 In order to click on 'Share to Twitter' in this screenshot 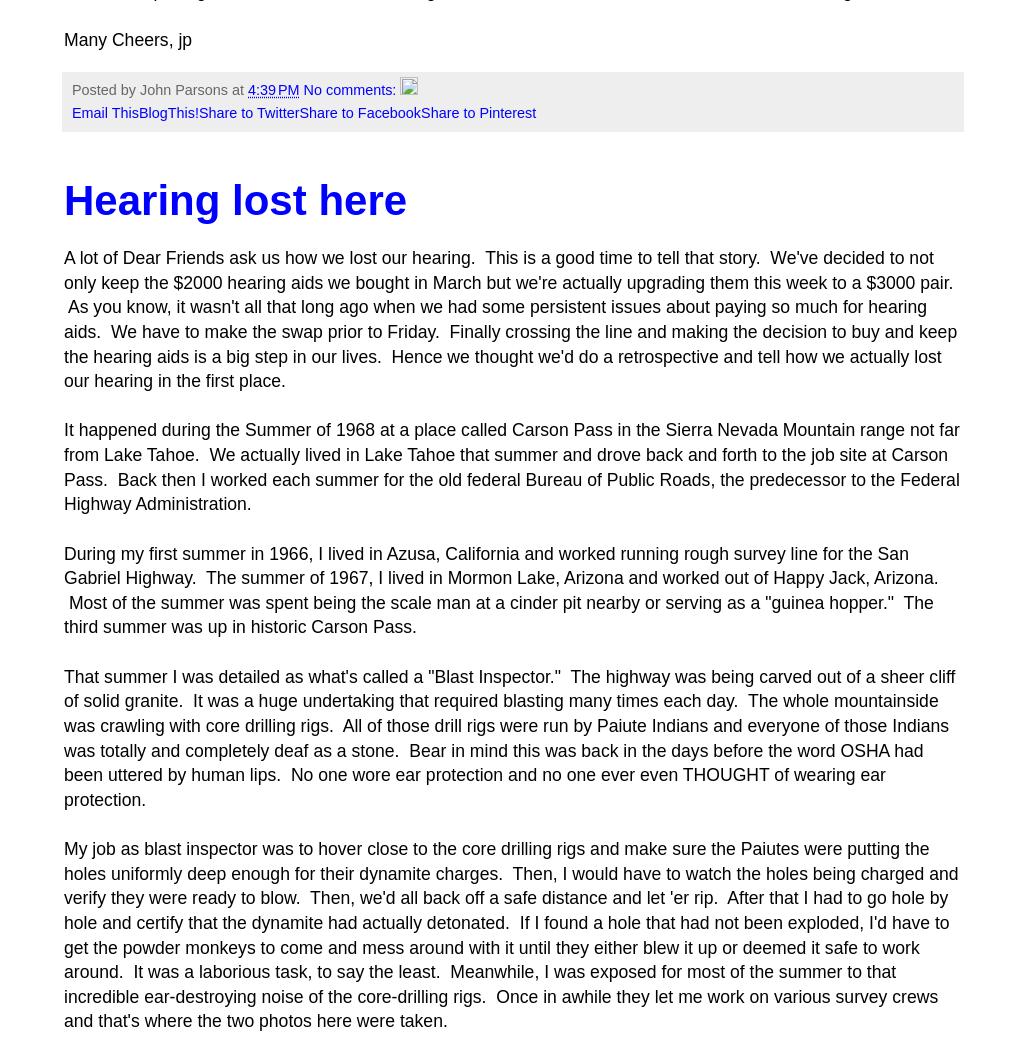, I will do `click(198, 112)`.